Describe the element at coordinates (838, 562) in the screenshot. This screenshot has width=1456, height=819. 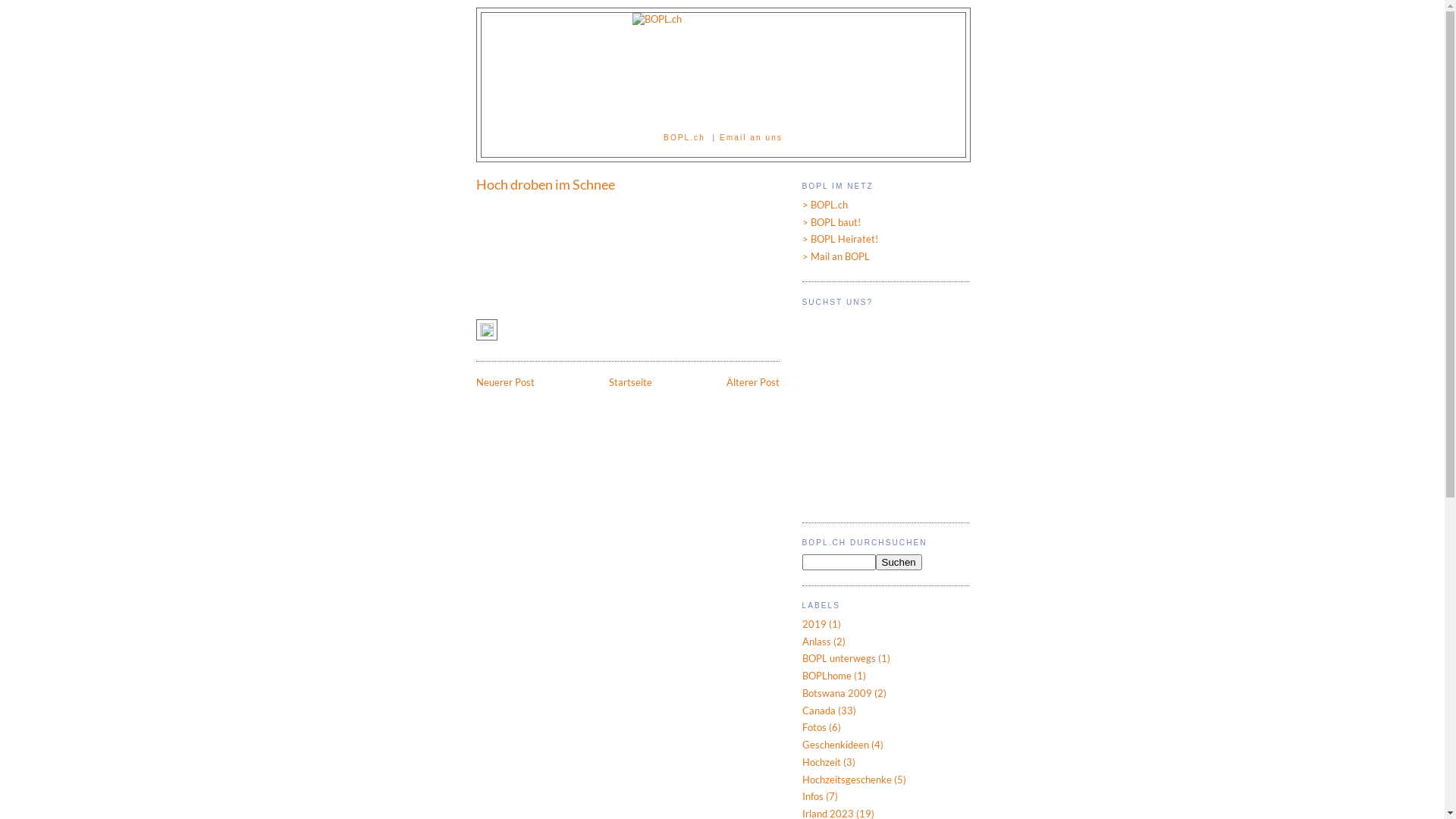
I see `'search'` at that location.